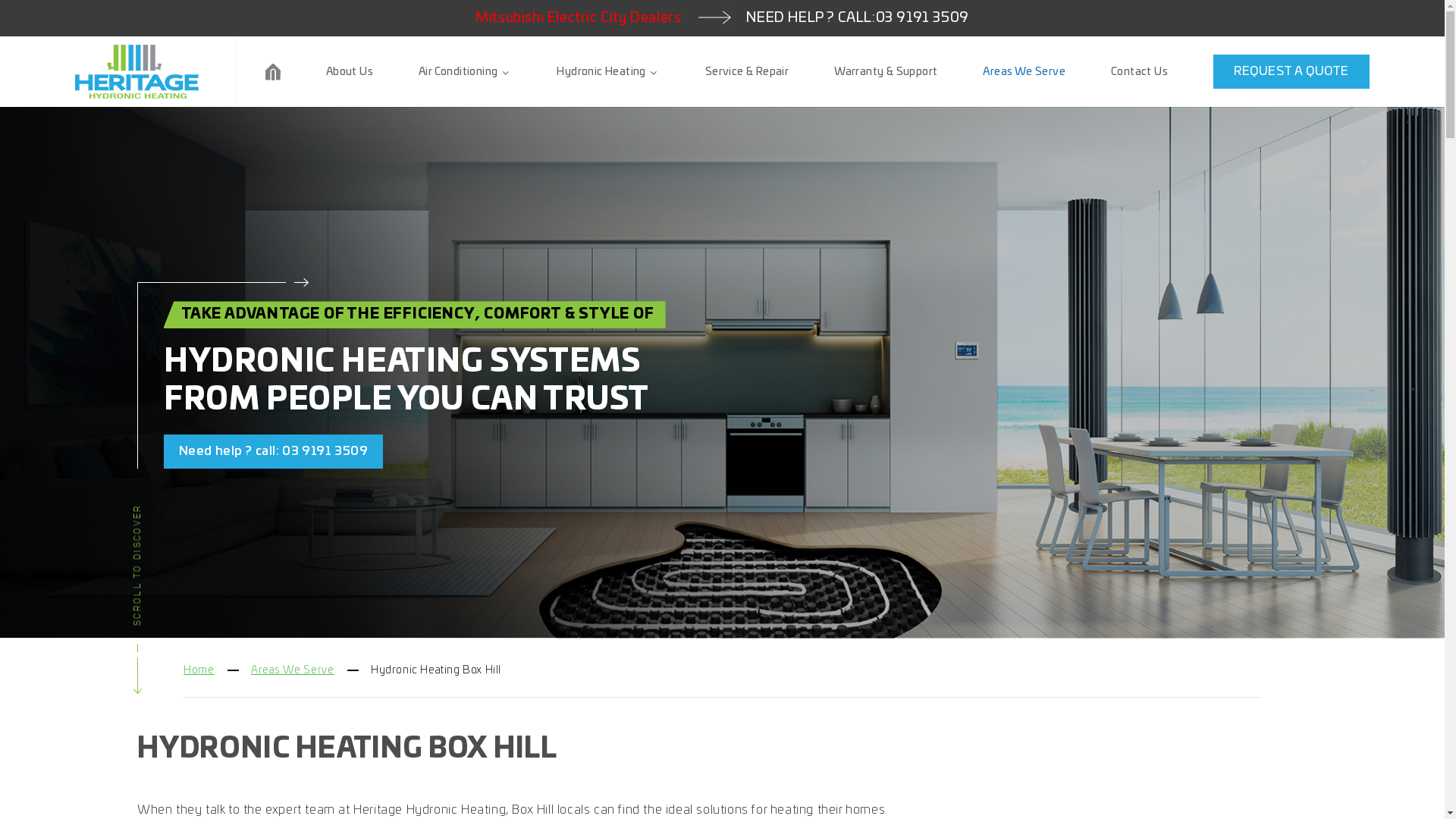  Describe the element at coordinates (1291, 71) in the screenshot. I see `'REQUEST A QUOTE'` at that location.